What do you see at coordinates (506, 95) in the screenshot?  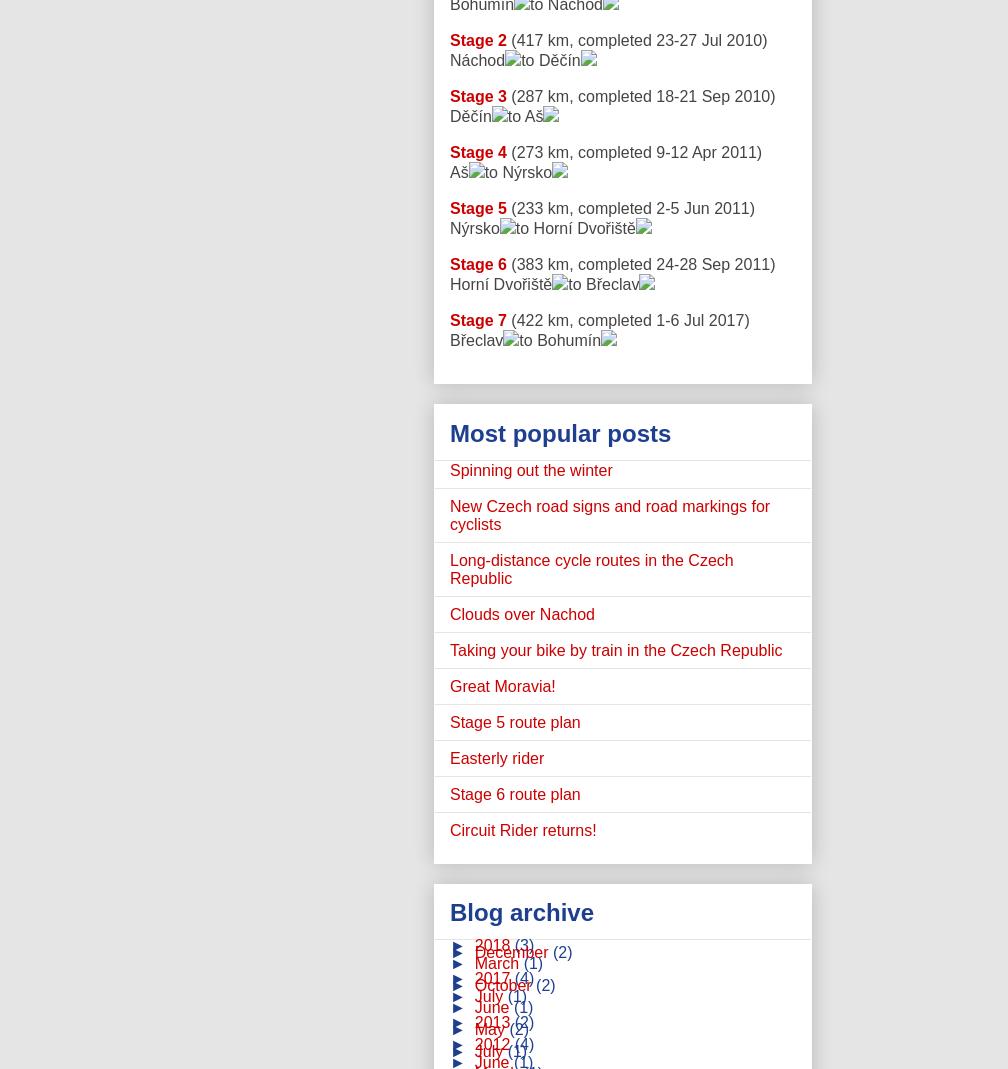 I see `'(287 km, completed 18-21 Sep 2010)'` at bounding box center [506, 95].